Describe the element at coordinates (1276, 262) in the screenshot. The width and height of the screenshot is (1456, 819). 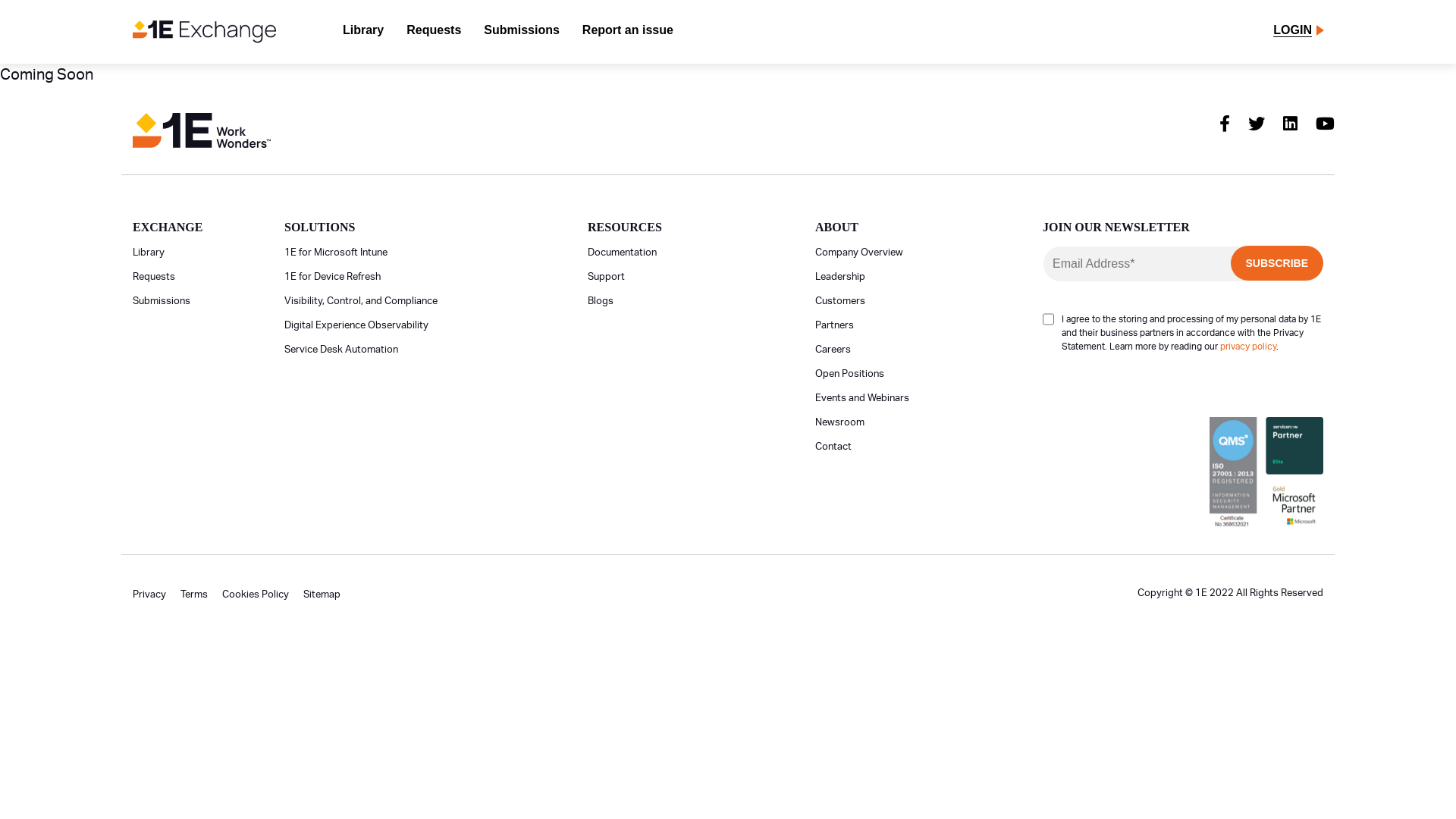
I see `'Subscribe'` at that location.